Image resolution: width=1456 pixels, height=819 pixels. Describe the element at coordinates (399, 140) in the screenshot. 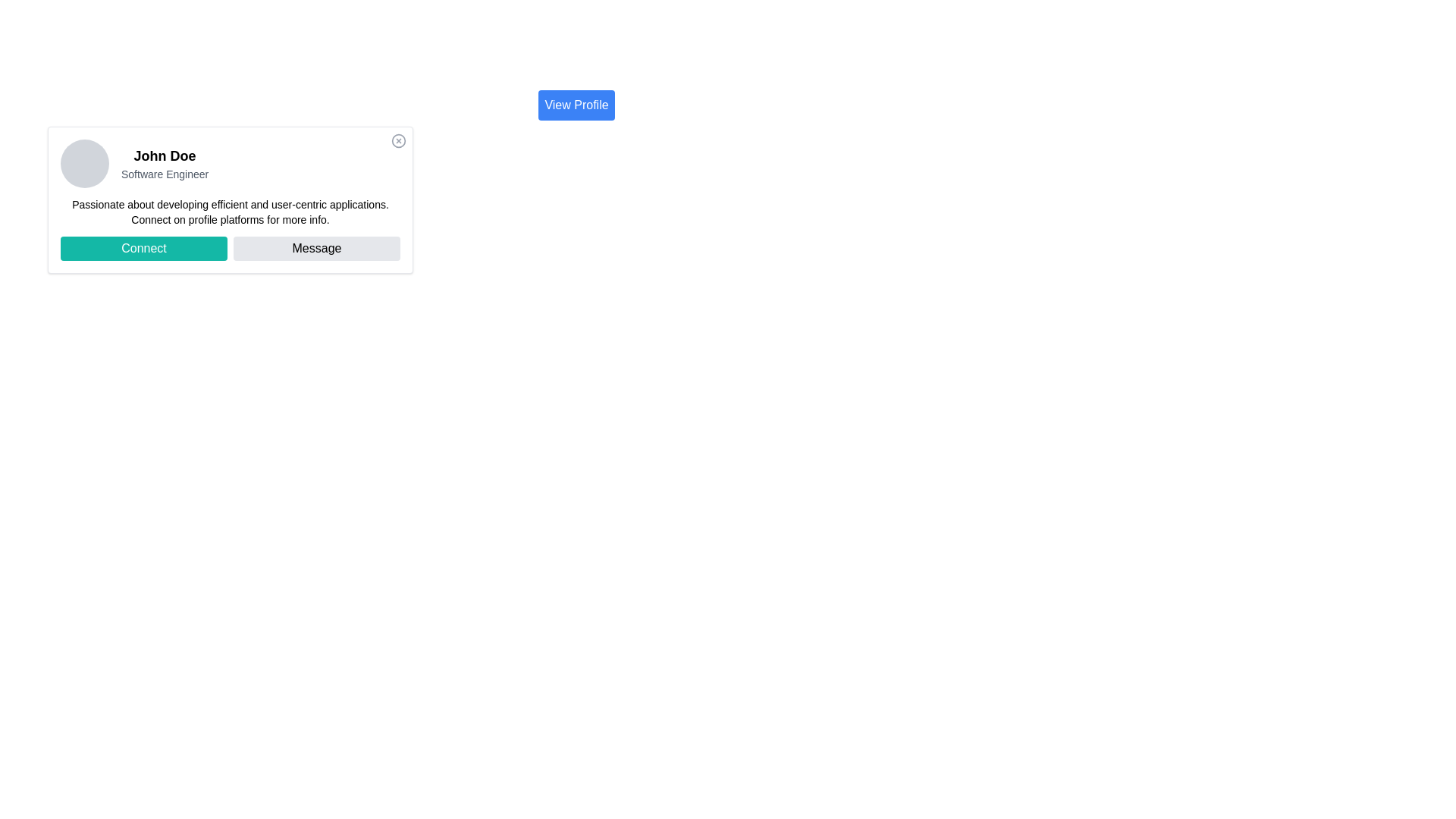

I see `the dismiss button located at the top-right corner of the user information card displaying 'John Doe' and 'Software Engineer'` at that location.